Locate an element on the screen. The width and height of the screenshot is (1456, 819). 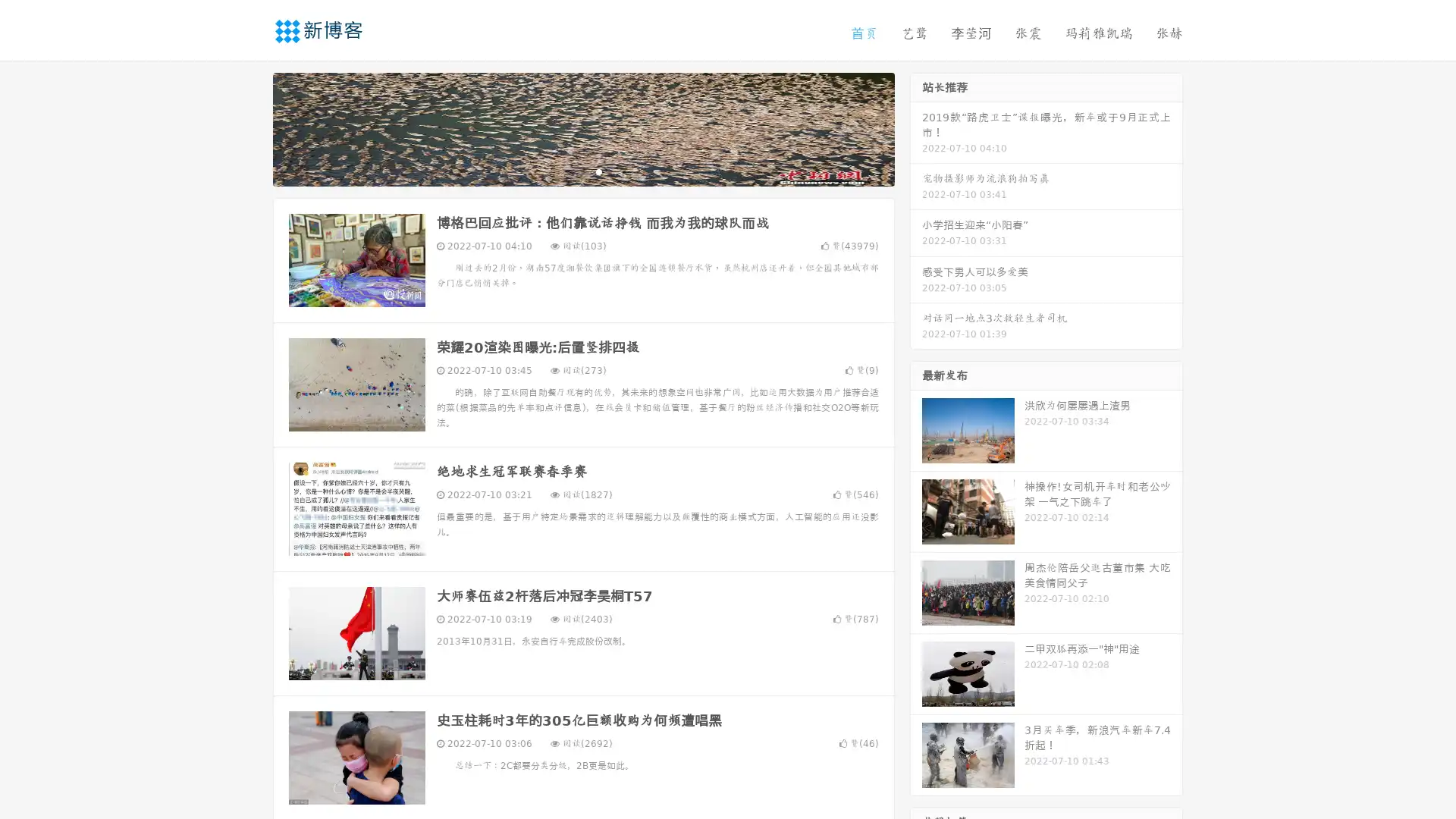
Go to slide 3 is located at coordinates (598, 171).